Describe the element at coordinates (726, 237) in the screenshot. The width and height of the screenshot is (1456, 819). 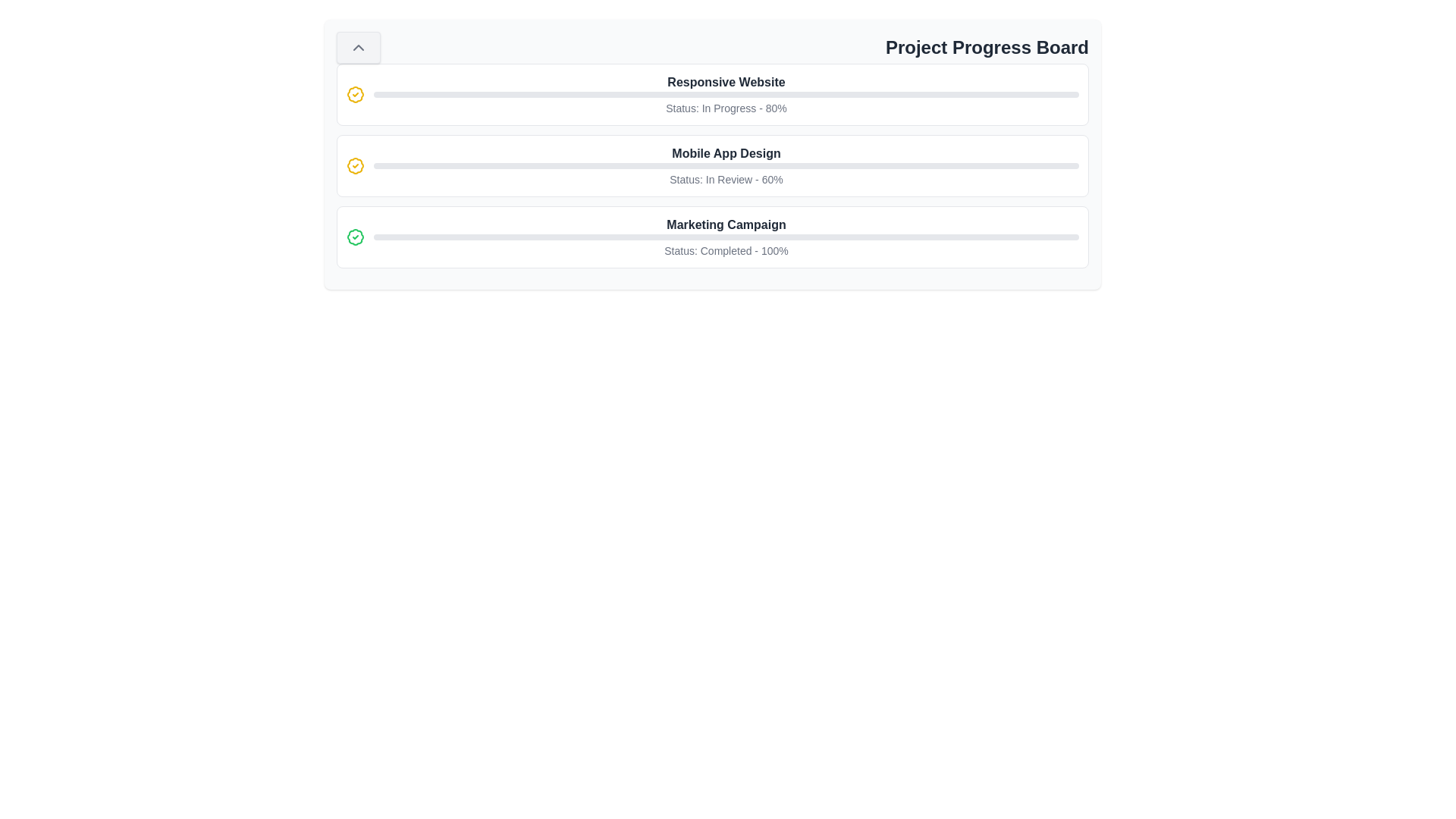
I see `the informational display block showing 'Marketing Campaign' with the status 'Completed - 100%' under the 'Project Progress Board' heading` at that location.